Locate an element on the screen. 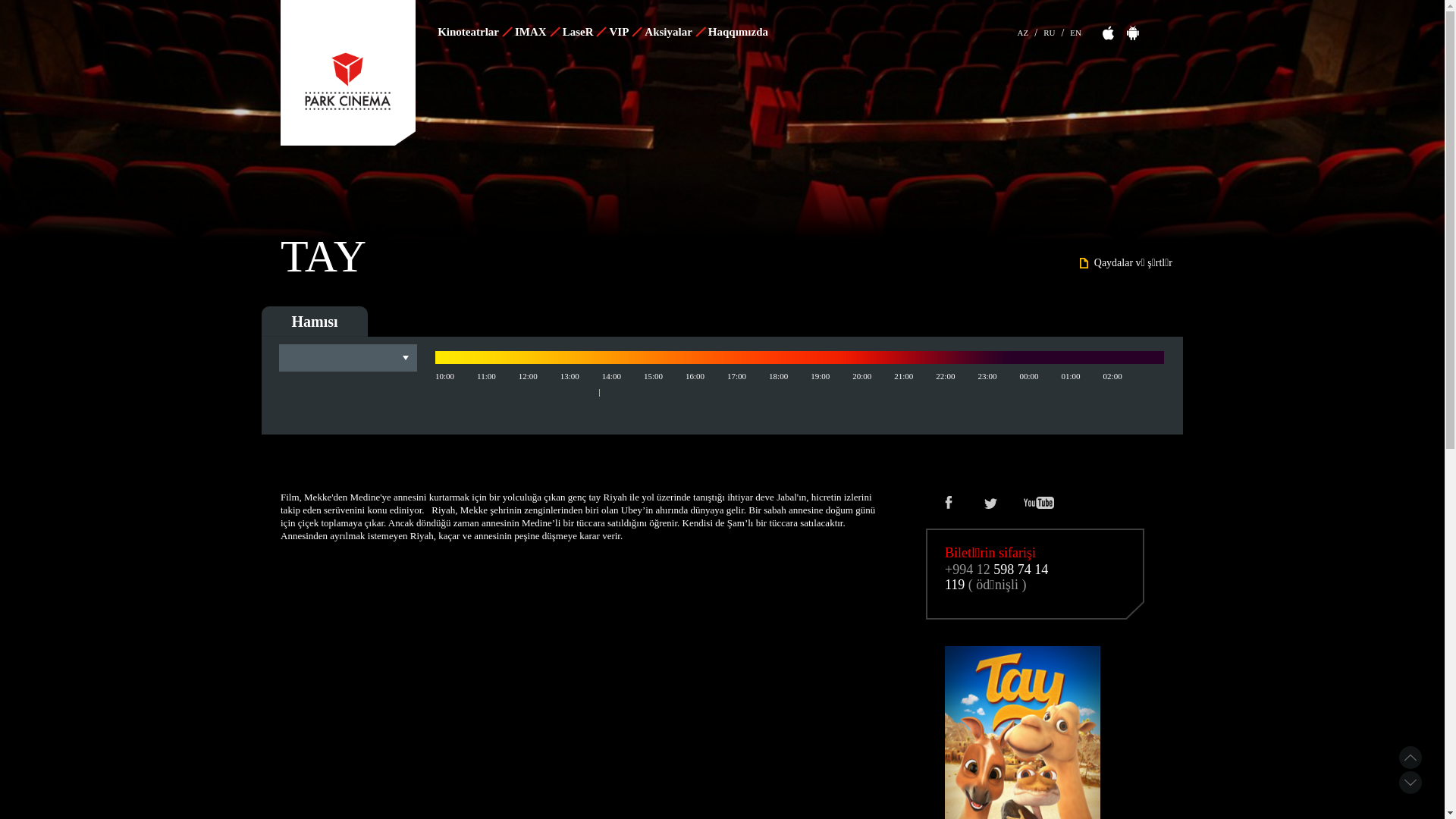 This screenshot has height=819, width=1456. 'RU' is located at coordinates (1048, 30).